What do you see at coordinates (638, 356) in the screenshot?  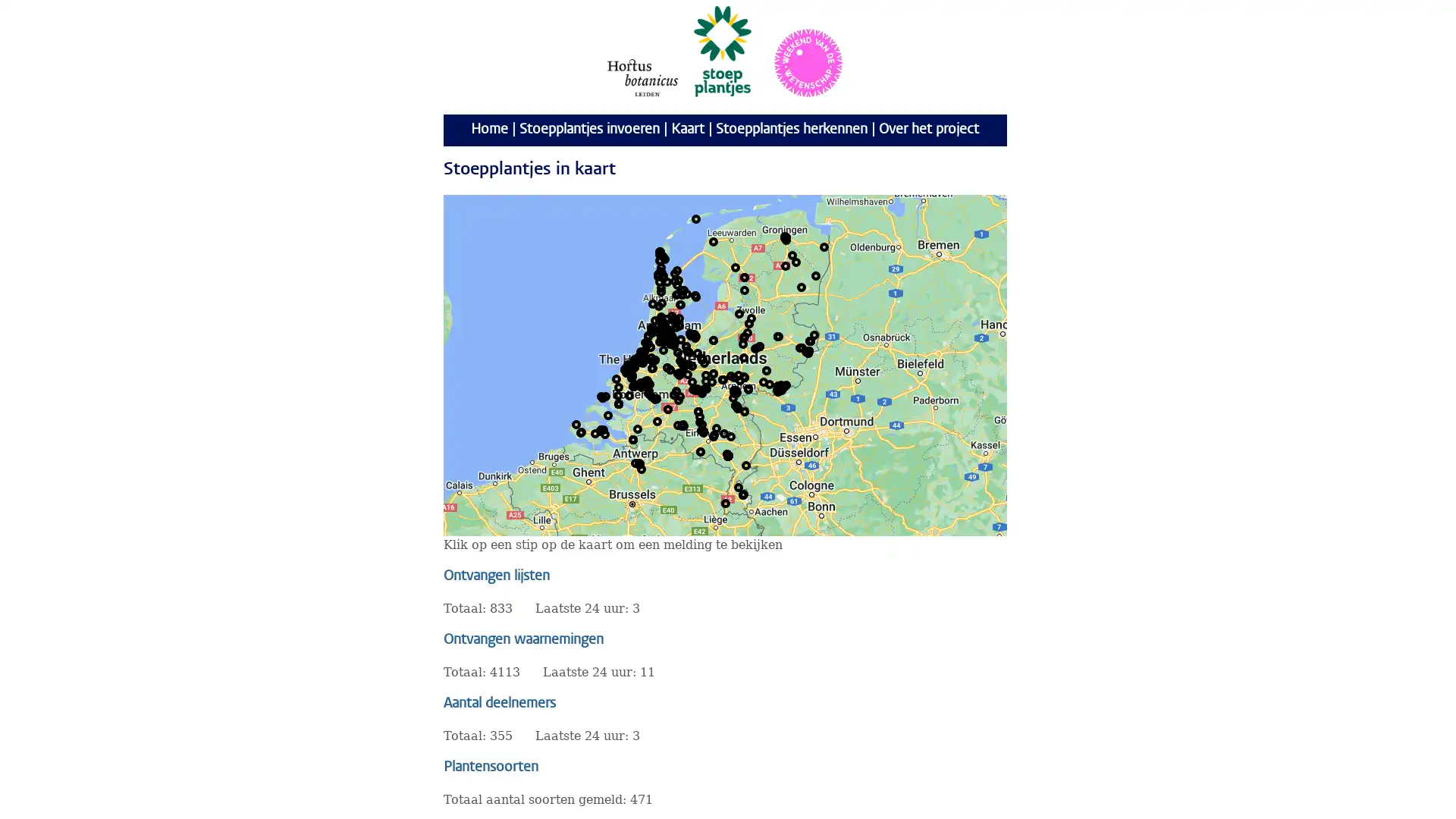 I see `Telling van Rrnske op 09 oktober 2021` at bounding box center [638, 356].